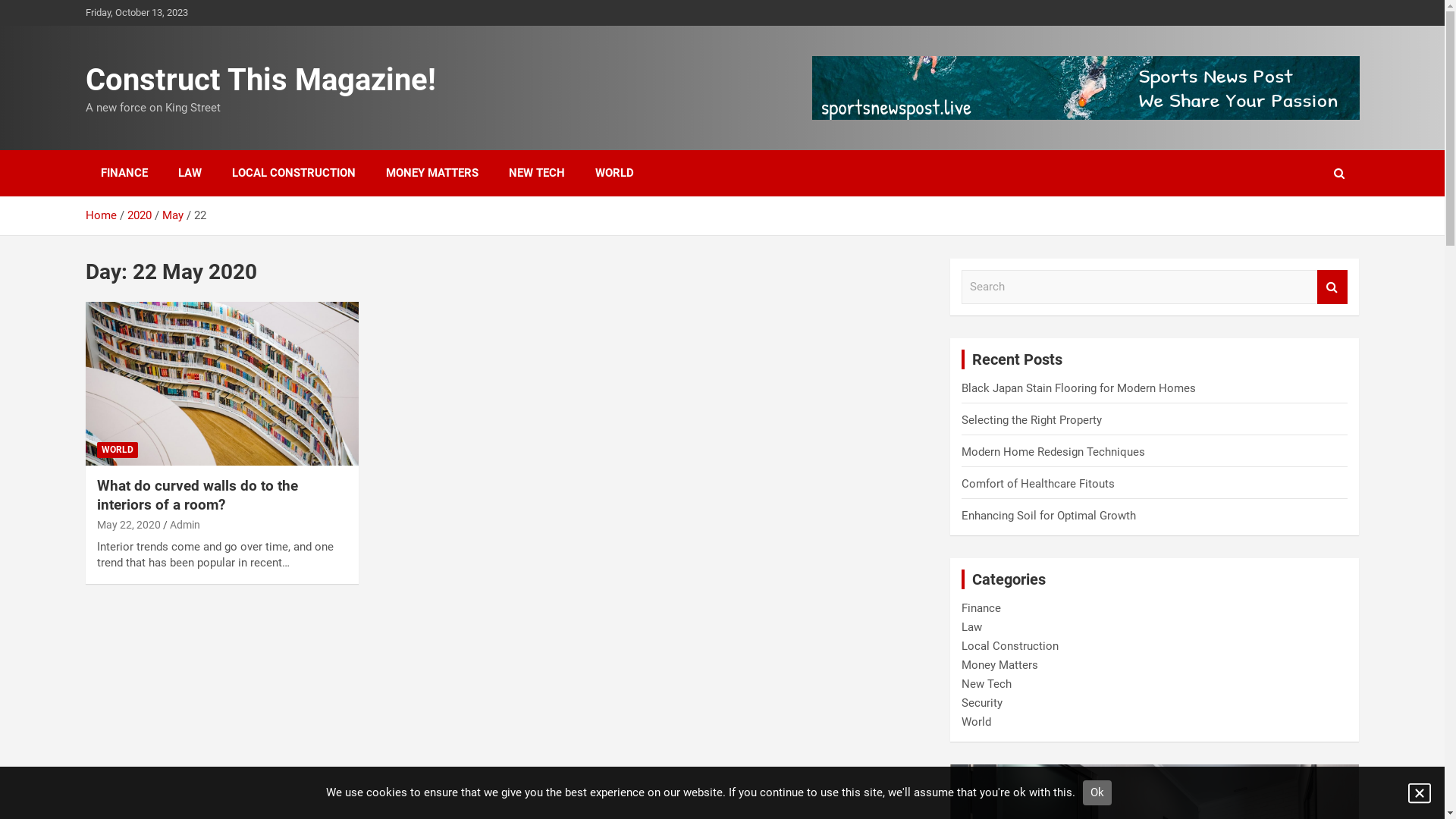  Describe the element at coordinates (960, 451) in the screenshot. I see `'Modern Home Redesign Techniques'` at that location.